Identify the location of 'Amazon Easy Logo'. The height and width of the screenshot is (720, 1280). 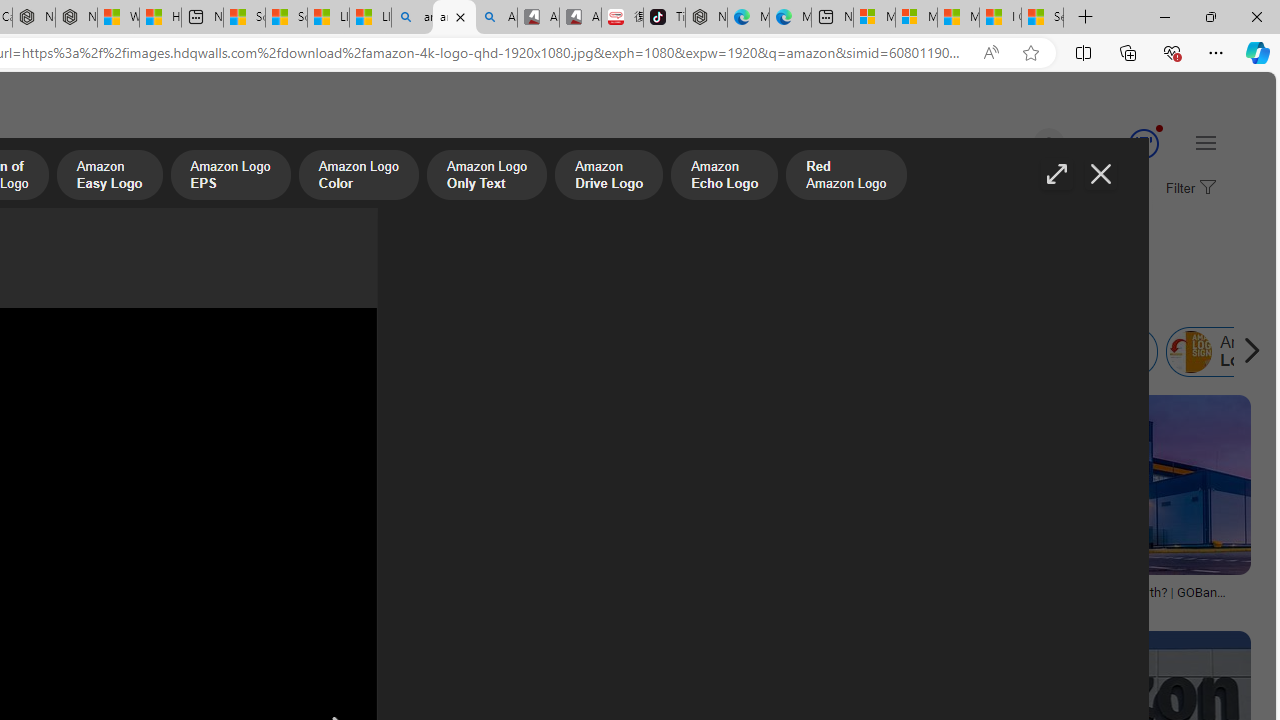
(108, 176).